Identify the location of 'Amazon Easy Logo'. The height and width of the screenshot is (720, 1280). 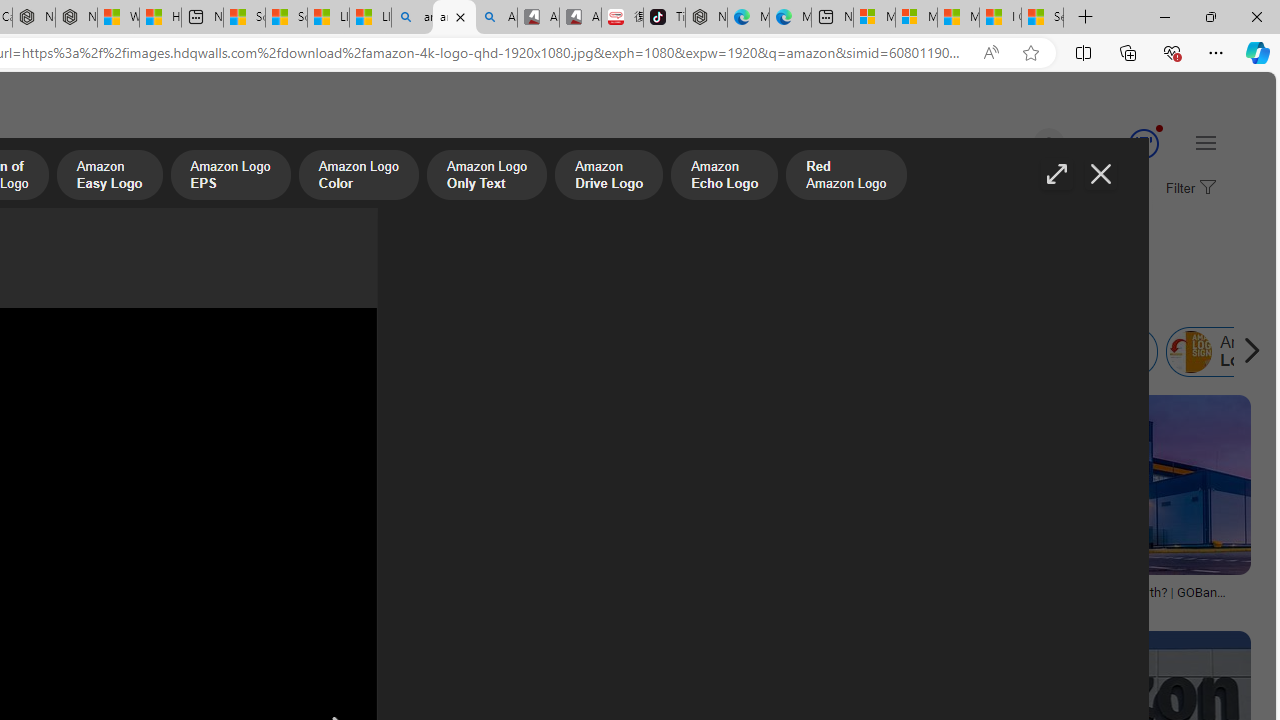
(108, 176).